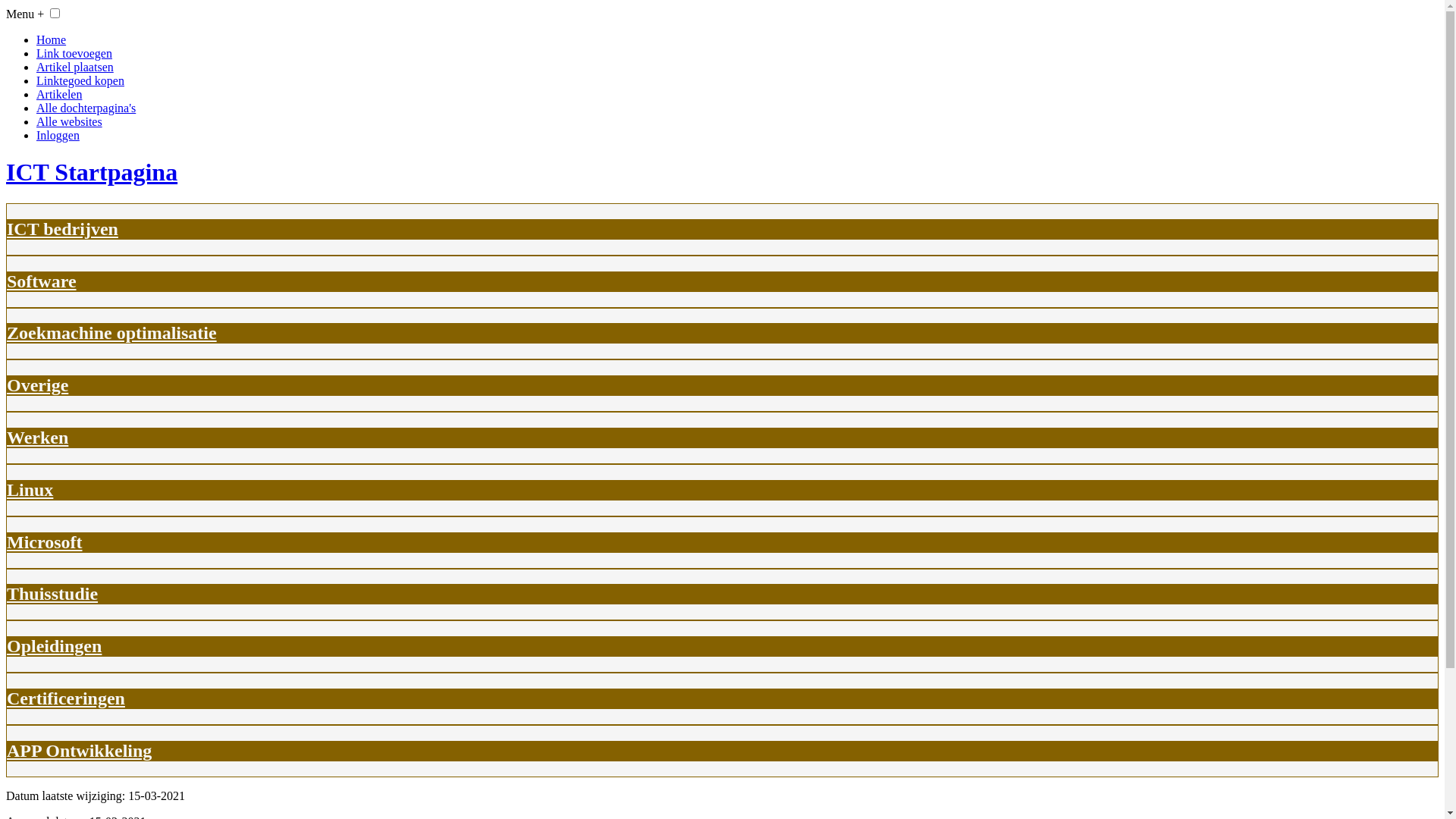 This screenshot has height=819, width=1456. I want to click on 'Alle websites', so click(68, 121).